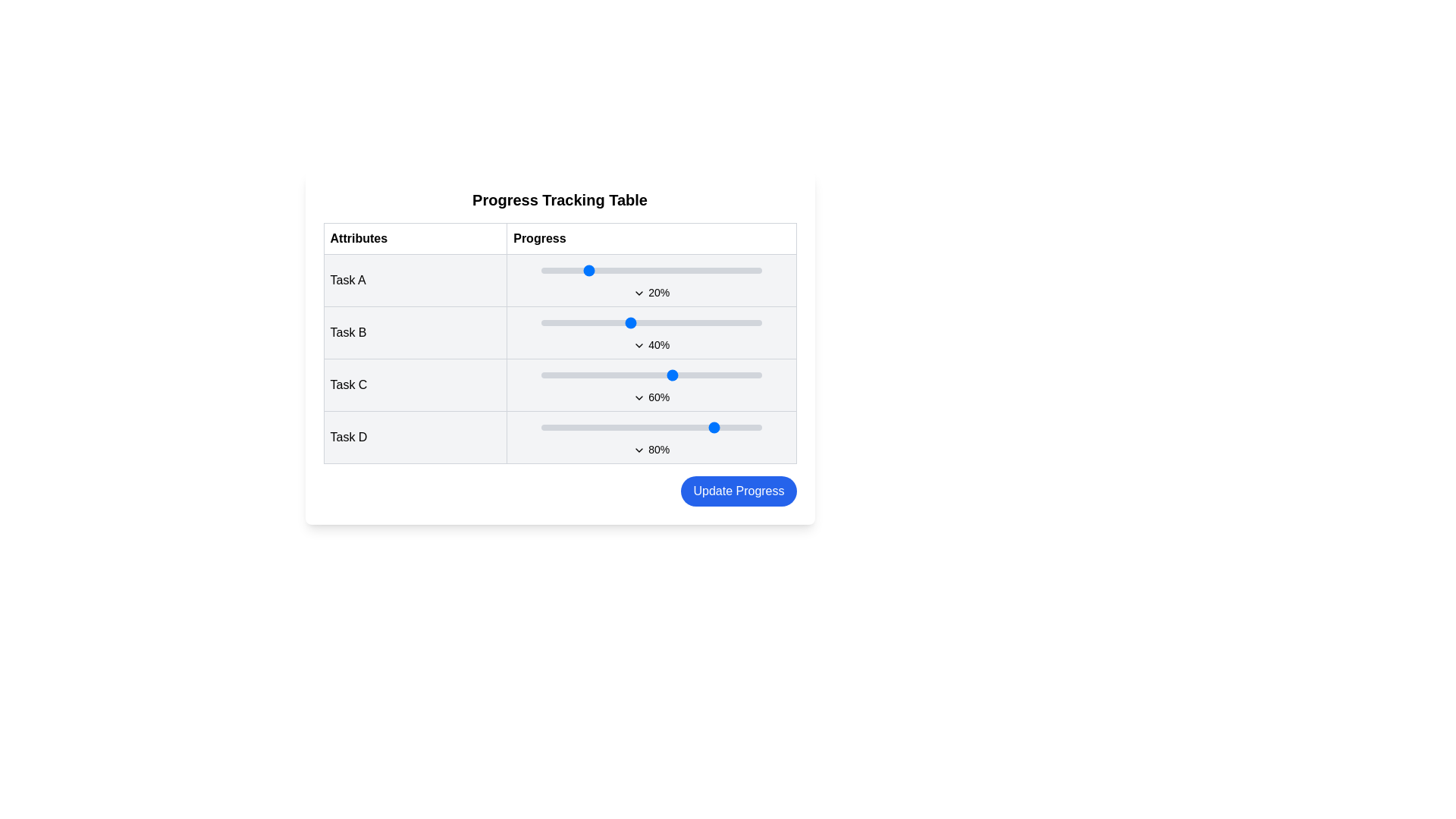 The height and width of the screenshot is (819, 1456). What do you see at coordinates (557, 427) in the screenshot?
I see `the Task D progress value` at bounding box center [557, 427].